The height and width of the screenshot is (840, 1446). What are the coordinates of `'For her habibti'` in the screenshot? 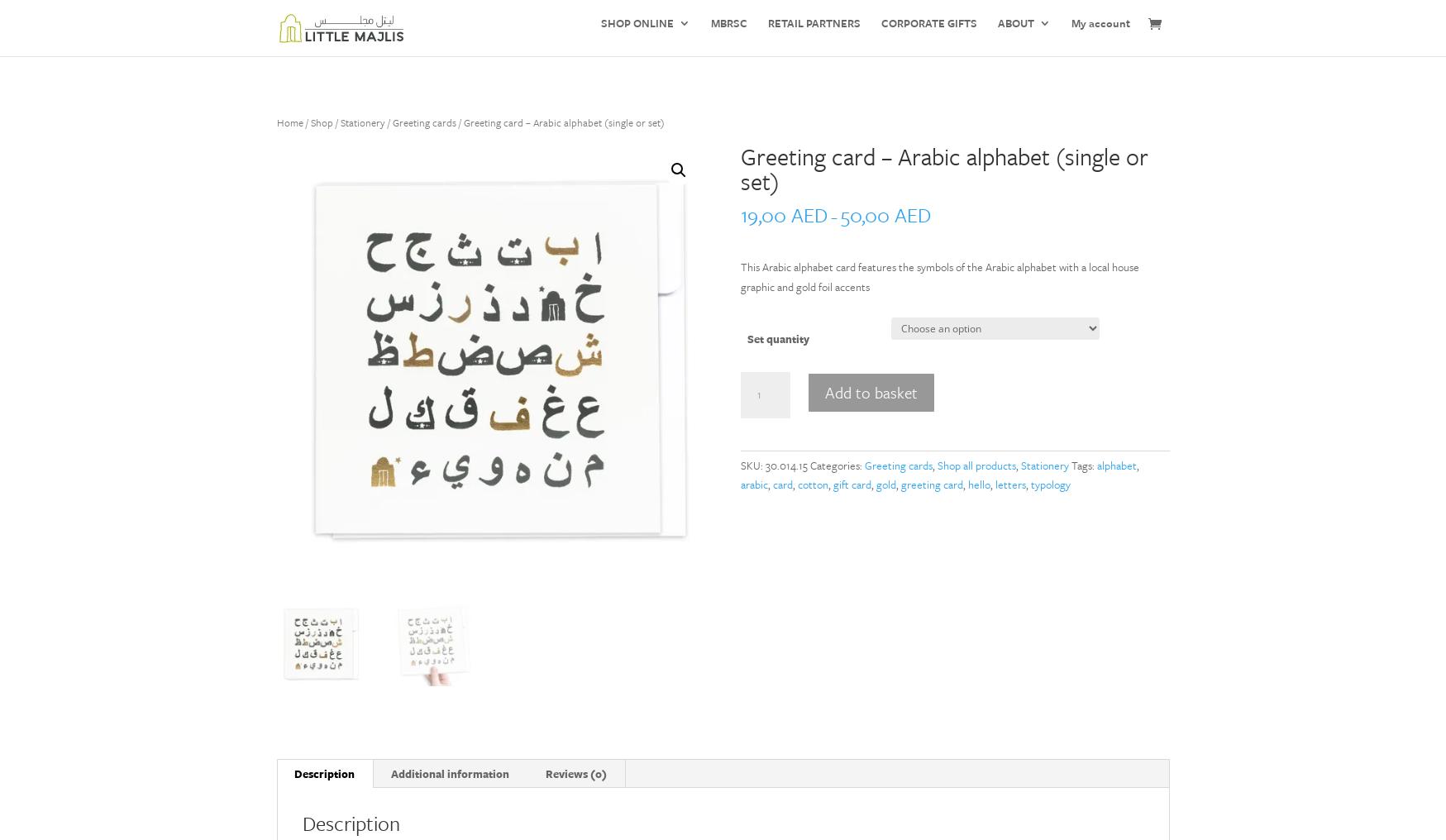 It's located at (831, 266).